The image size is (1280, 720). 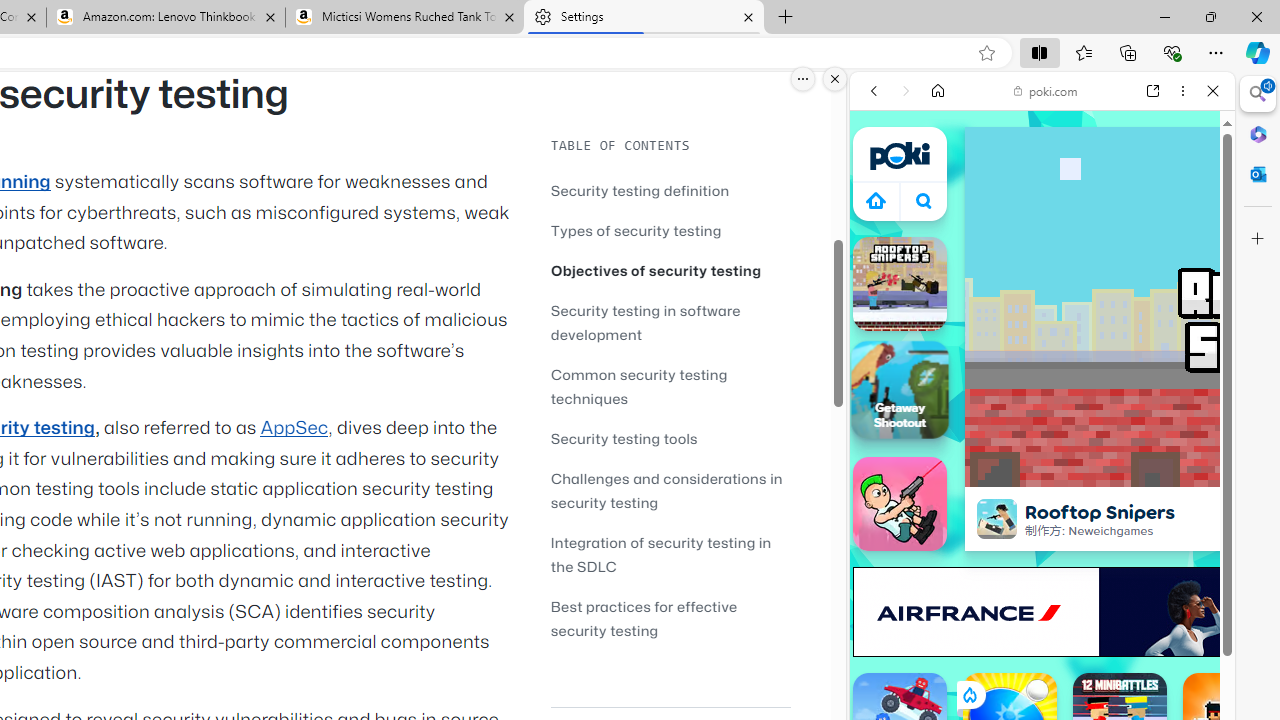 What do you see at coordinates (645, 321) in the screenshot?
I see `'Security testing in software development'` at bounding box center [645, 321].